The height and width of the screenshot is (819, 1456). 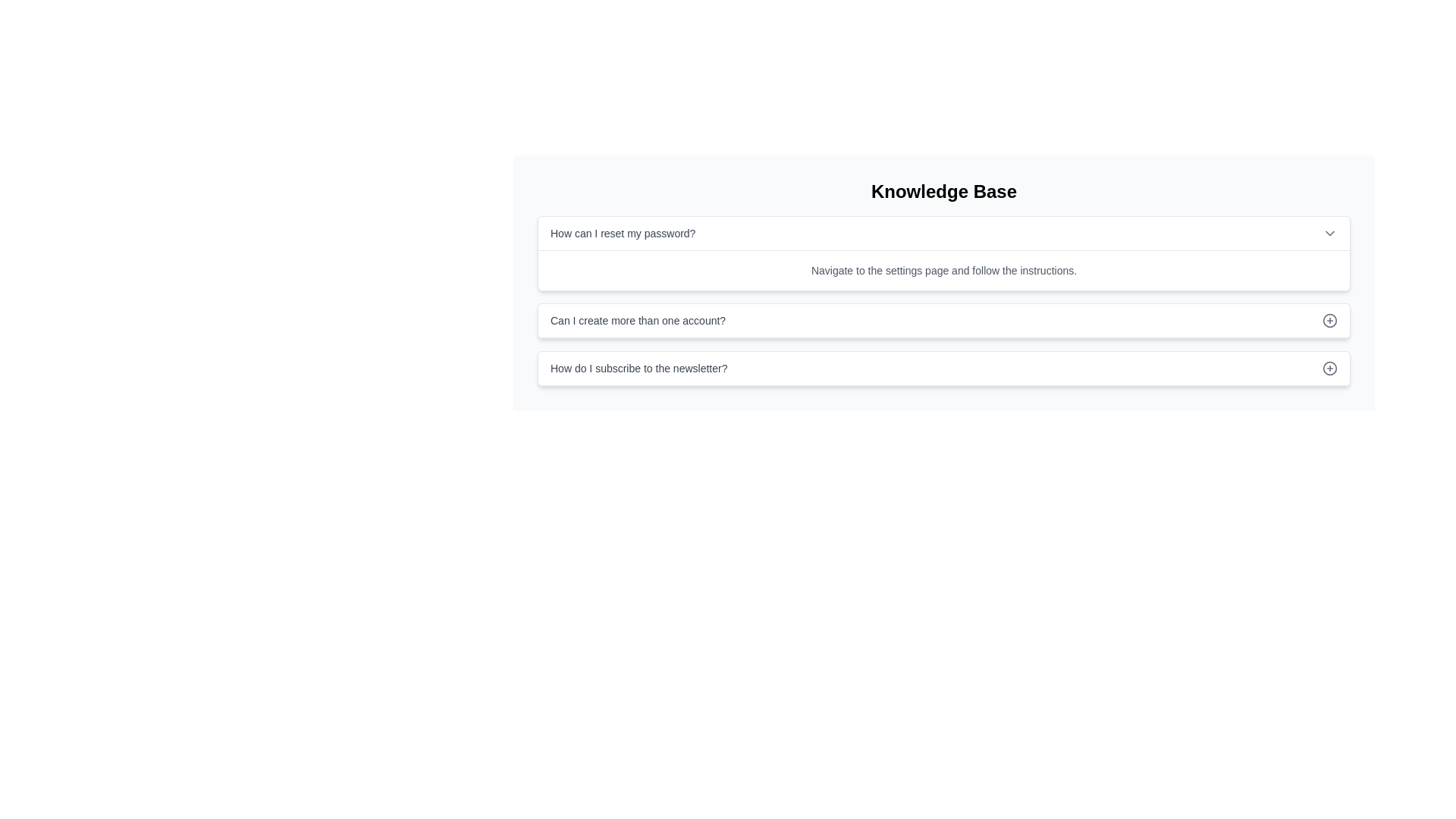 What do you see at coordinates (1329, 320) in the screenshot?
I see `the decorative circle that forms the visual base for the plus icon located to the right of the list item titled 'Can I create more than one account?'` at bounding box center [1329, 320].